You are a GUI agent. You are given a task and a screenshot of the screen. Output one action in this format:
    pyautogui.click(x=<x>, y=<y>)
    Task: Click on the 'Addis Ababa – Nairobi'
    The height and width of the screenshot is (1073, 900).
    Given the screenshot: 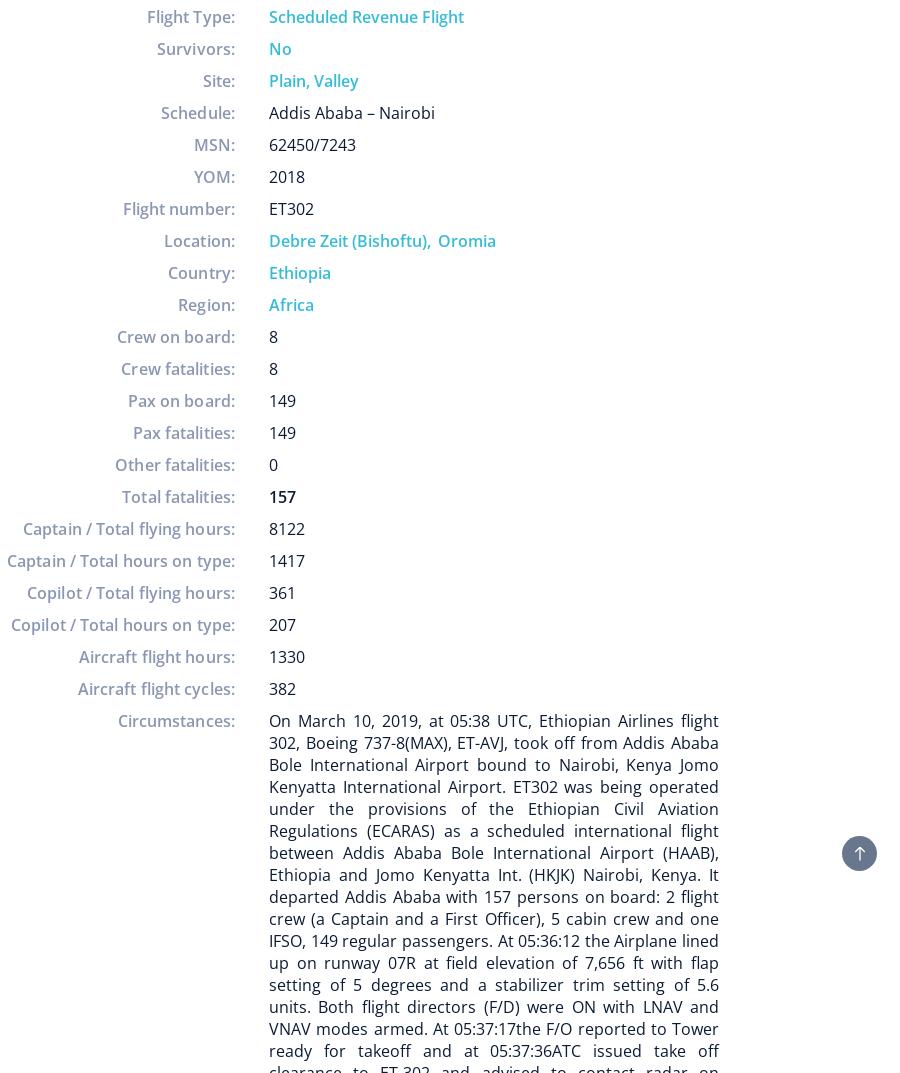 What is the action you would take?
    pyautogui.click(x=351, y=112)
    